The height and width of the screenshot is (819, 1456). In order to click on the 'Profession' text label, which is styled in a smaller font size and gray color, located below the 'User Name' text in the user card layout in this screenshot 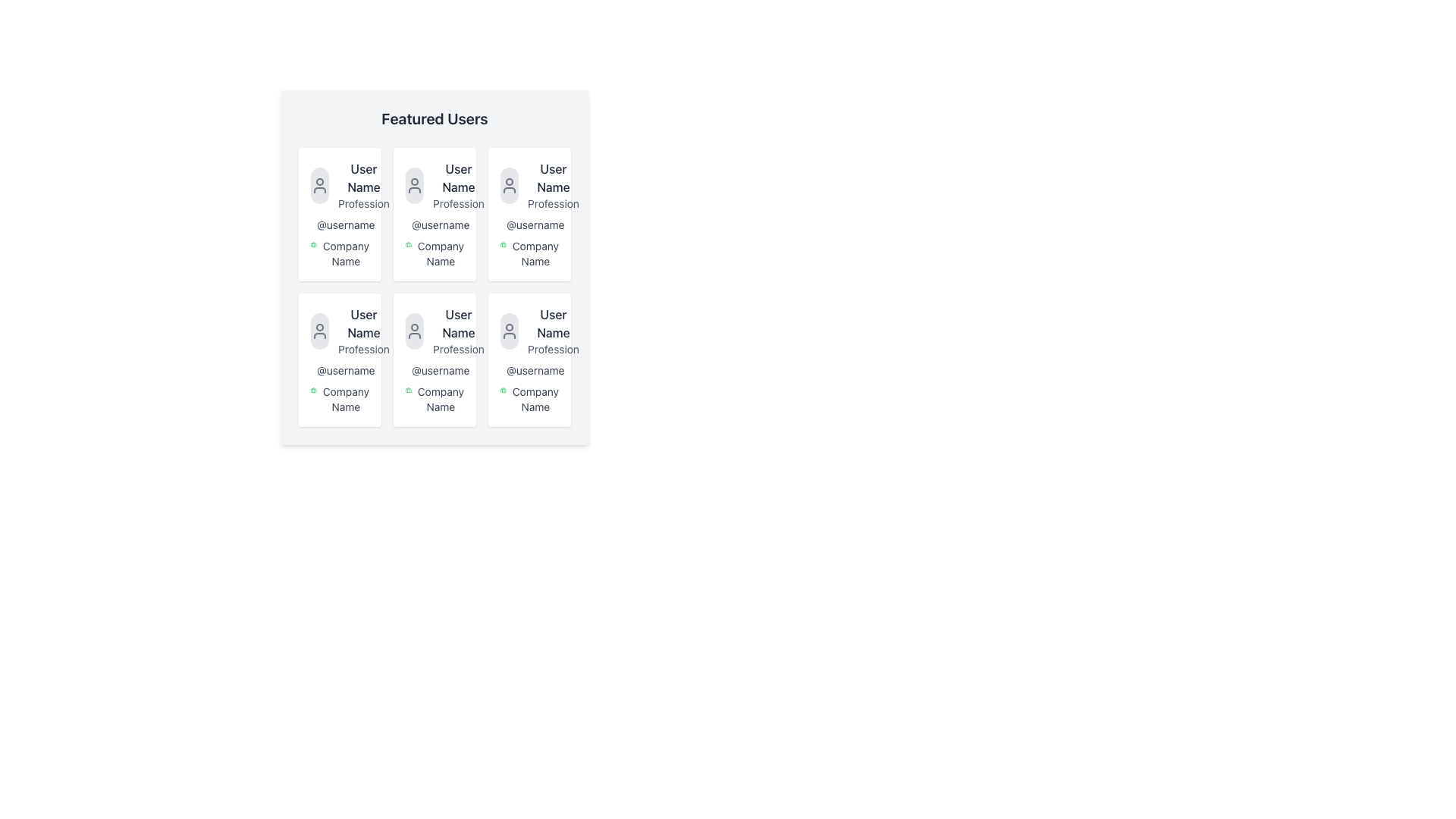, I will do `click(552, 350)`.